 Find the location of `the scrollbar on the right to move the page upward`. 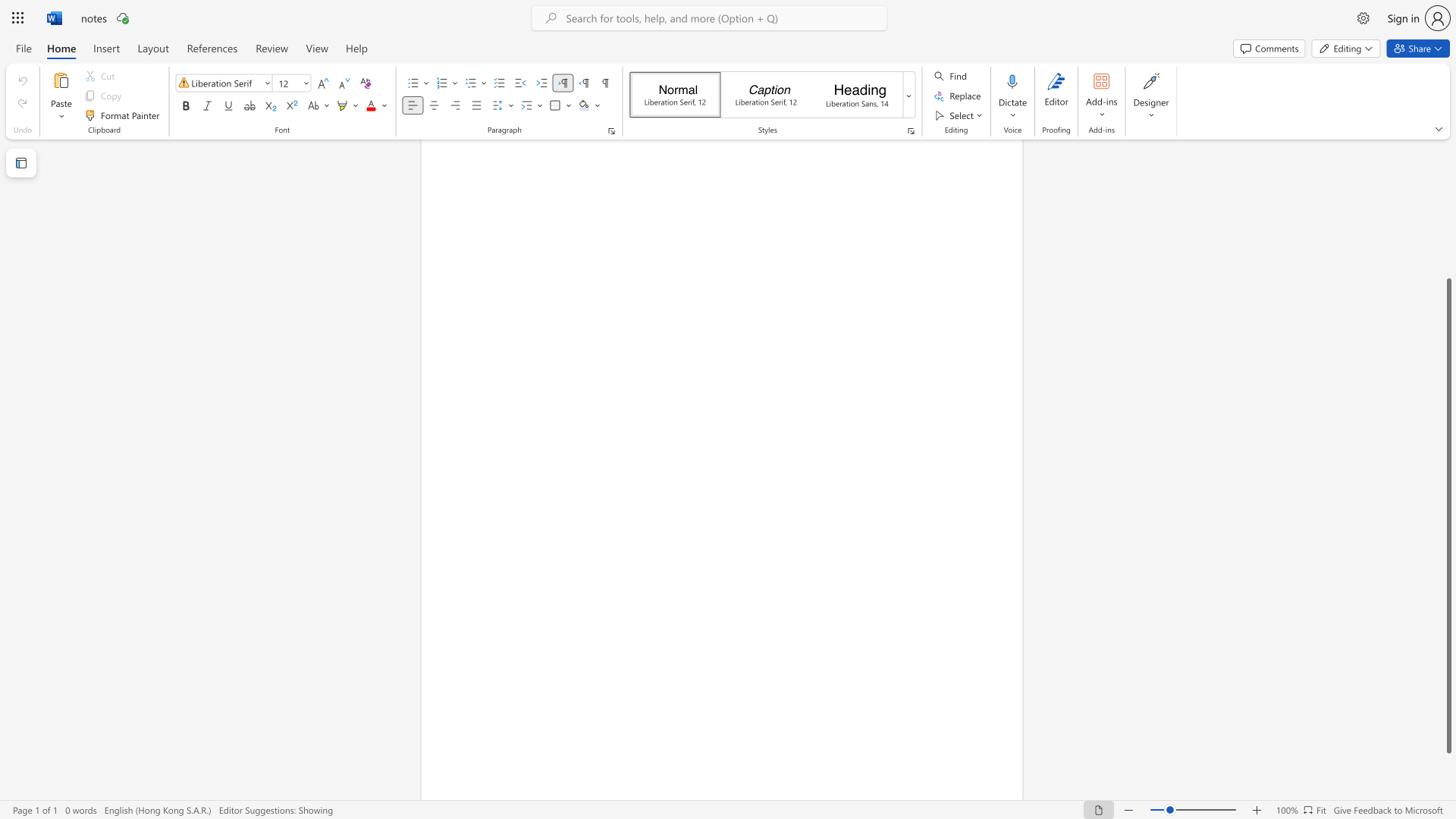

the scrollbar on the right to move the page upward is located at coordinates (1448, 212).